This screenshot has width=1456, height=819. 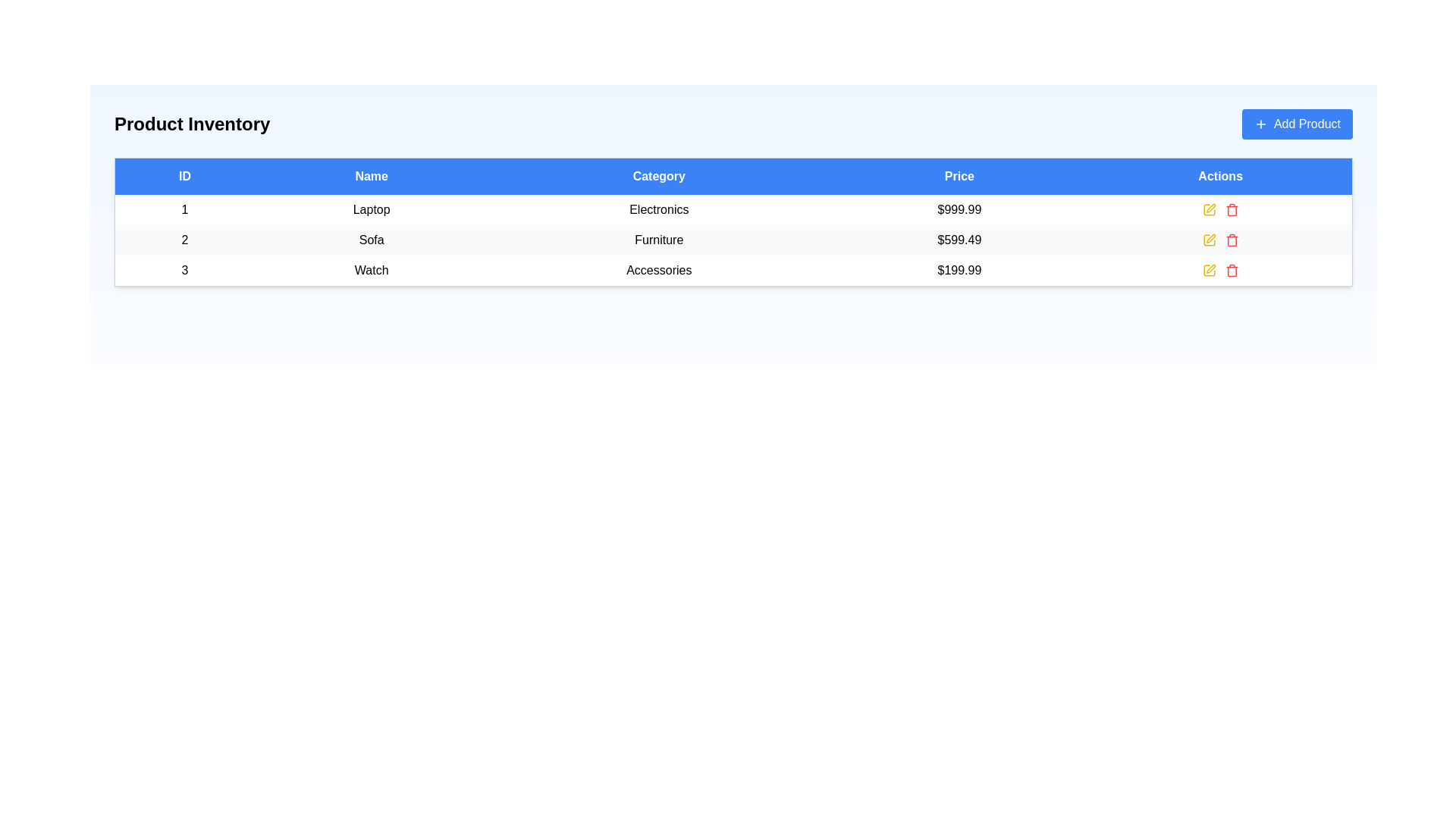 What do you see at coordinates (1260, 124) in the screenshot?
I see `the SVG icon representing the action of adding or creating an item, which is located inside the 'Add Product' button at the top right corner of the layout` at bounding box center [1260, 124].